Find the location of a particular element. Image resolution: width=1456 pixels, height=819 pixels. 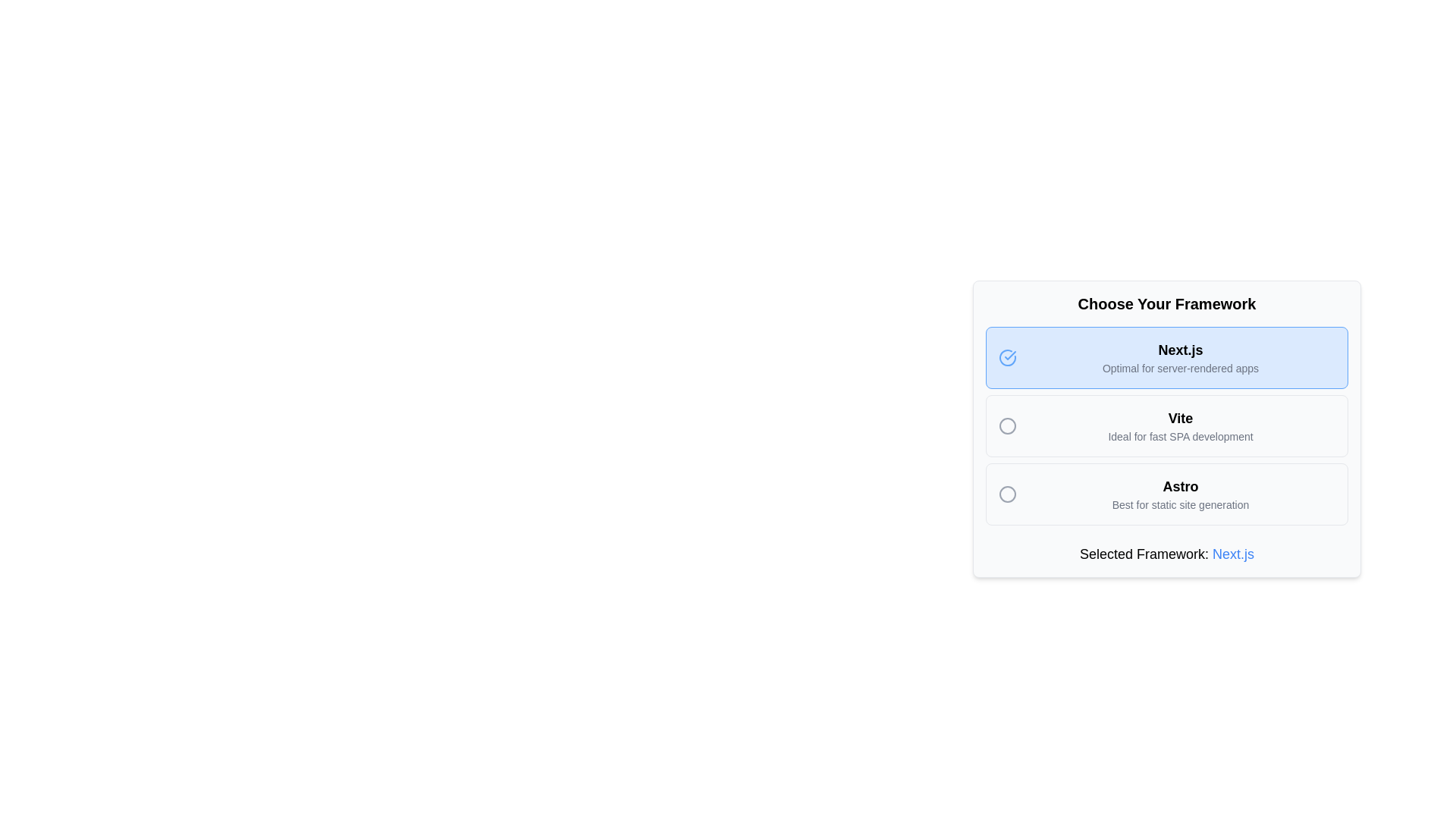

text label displaying 'Vite' which is prominently placed in the center of the framework selection list is located at coordinates (1179, 418).